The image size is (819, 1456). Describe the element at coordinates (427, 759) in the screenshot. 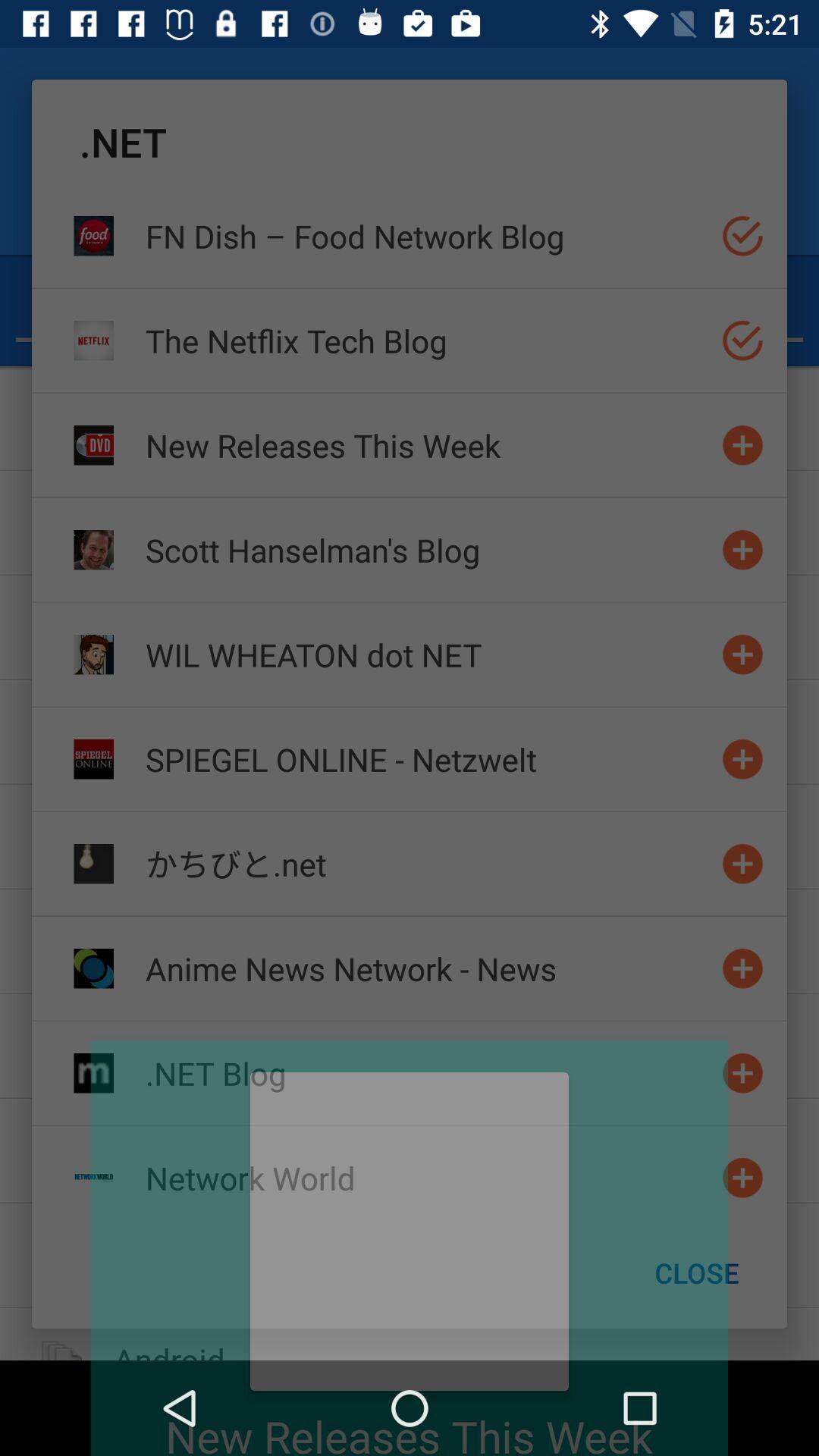

I see `item below the wil wheaton dot icon` at that location.